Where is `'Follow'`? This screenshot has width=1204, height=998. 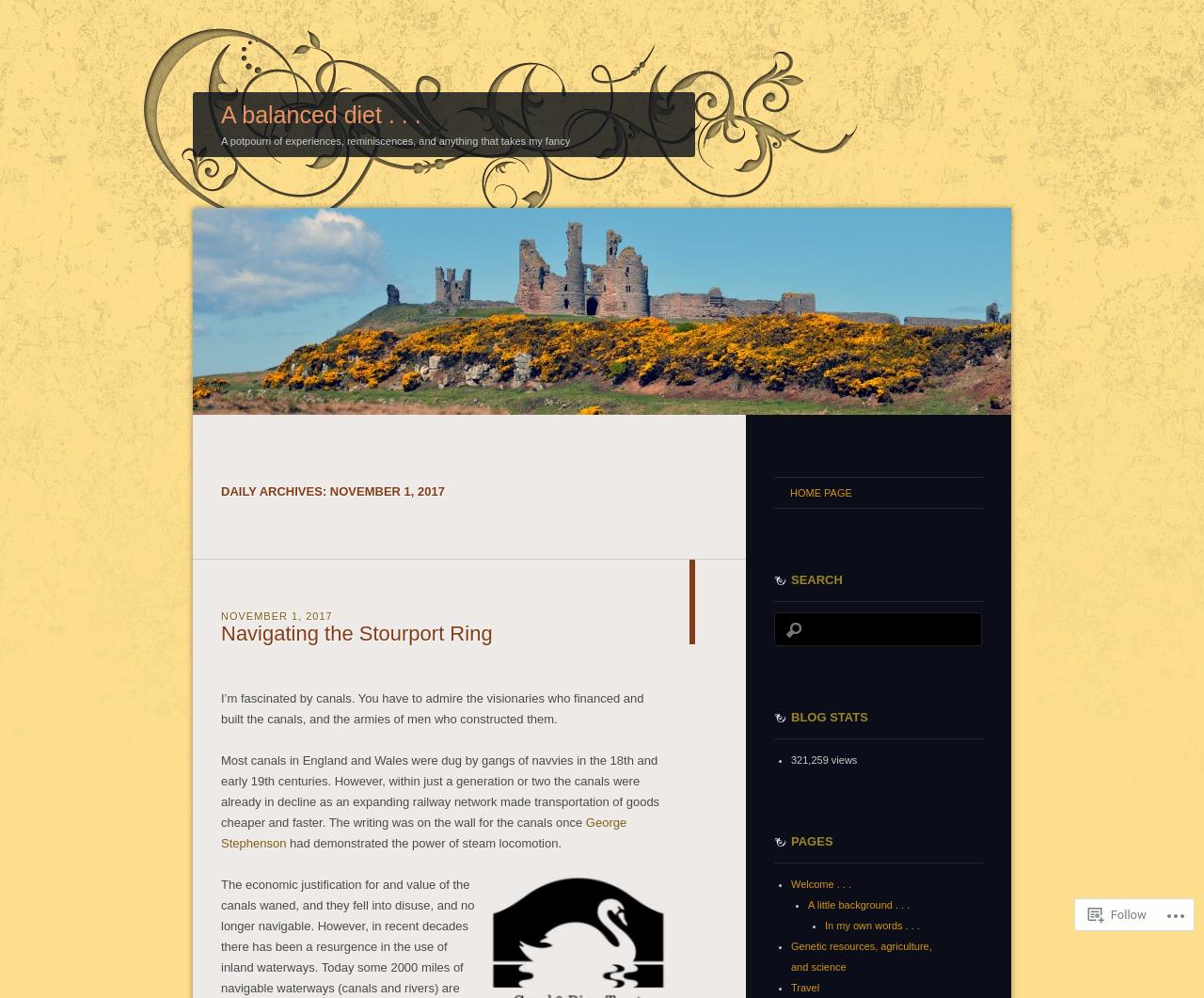 'Follow' is located at coordinates (1127, 913).